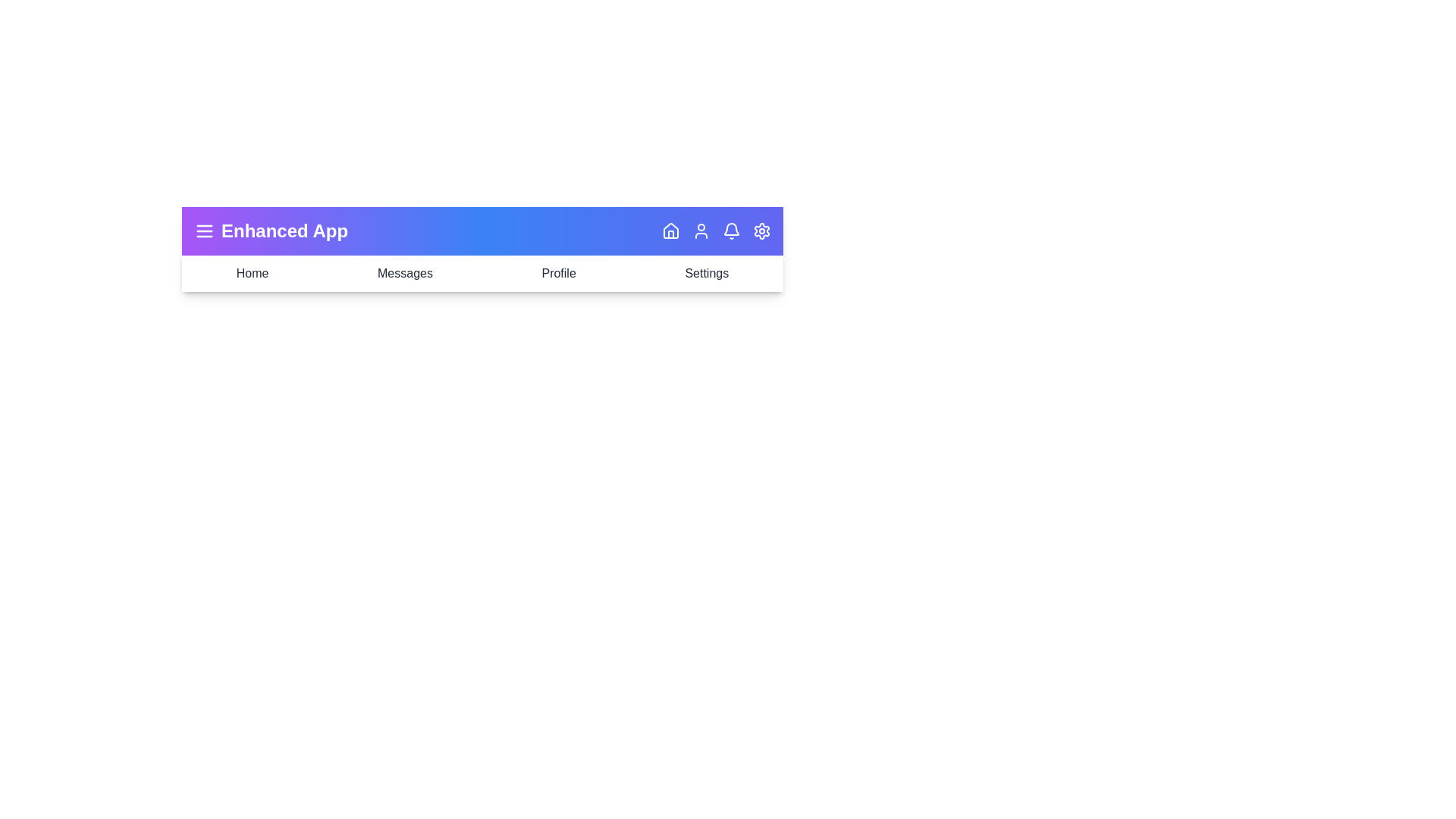 The image size is (1456, 819). Describe the element at coordinates (705, 274) in the screenshot. I see `the navigation item labeled Settings to navigate to that section` at that location.